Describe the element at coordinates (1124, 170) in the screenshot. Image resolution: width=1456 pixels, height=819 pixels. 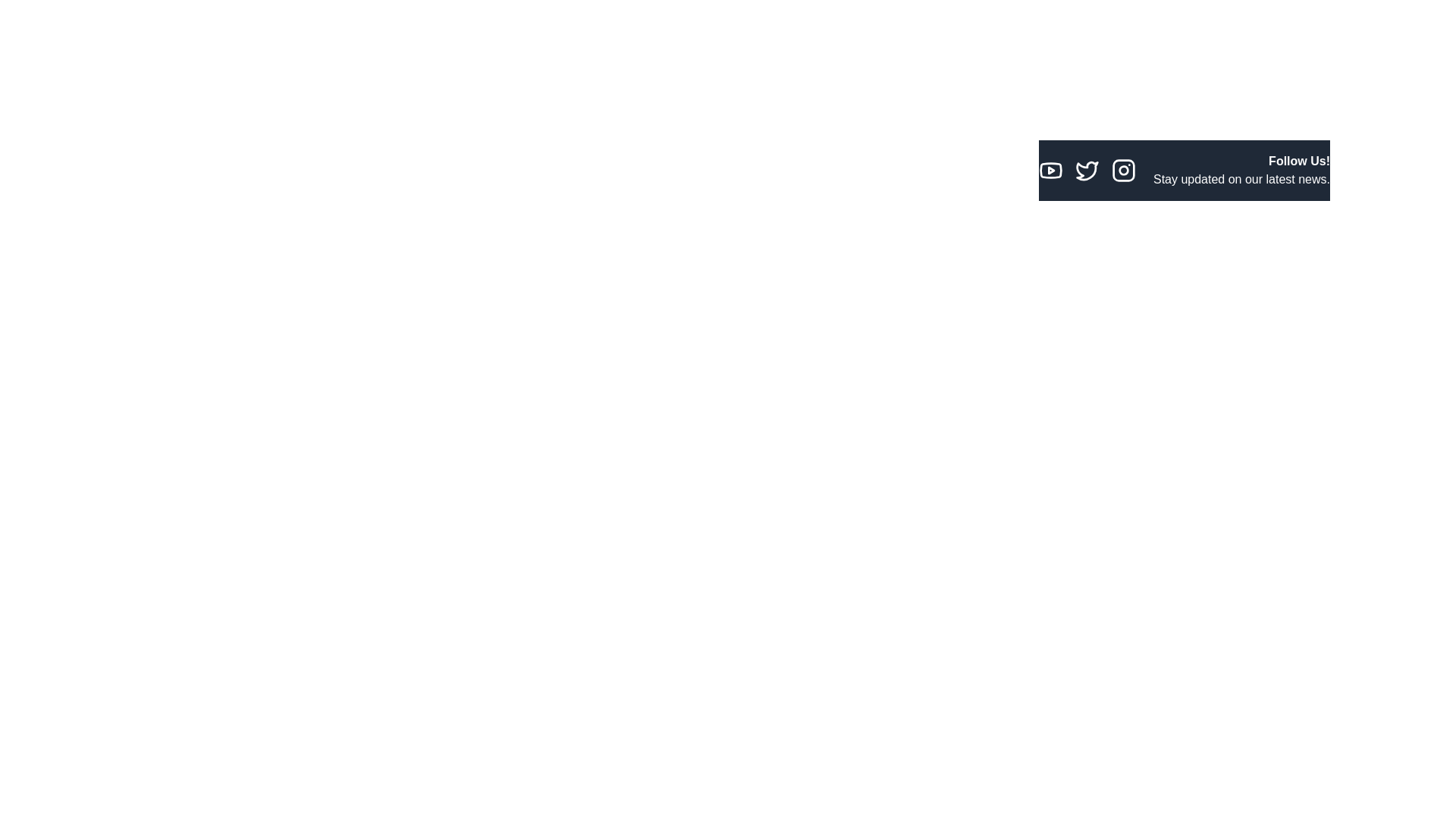
I see `the circular Instagram icon with a square outline, the fourth in a row of social media icons` at that location.